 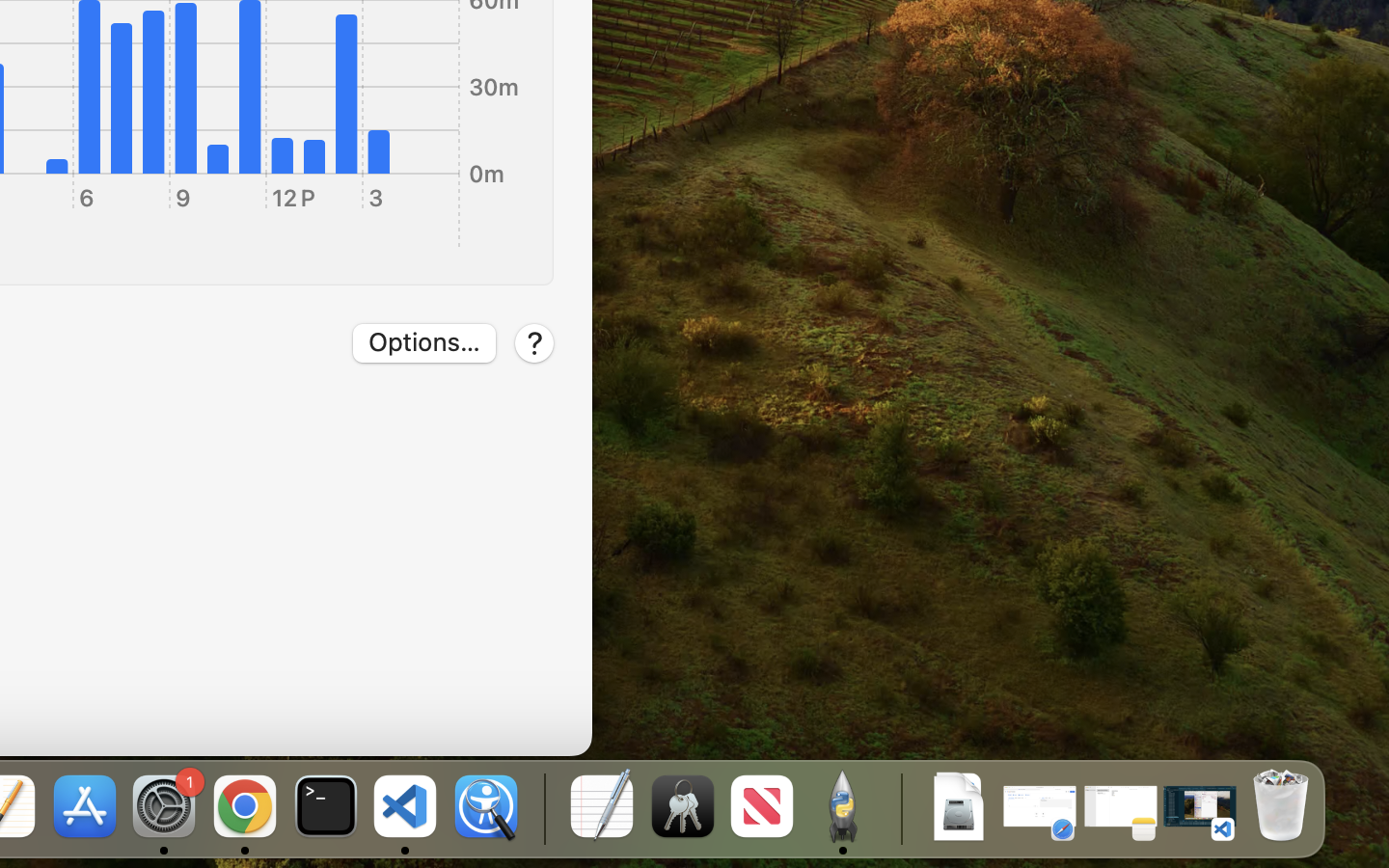 What do you see at coordinates (542, 807) in the screenshot?
I see `'0.4285714328289032'` at bounding box center [542, 807].